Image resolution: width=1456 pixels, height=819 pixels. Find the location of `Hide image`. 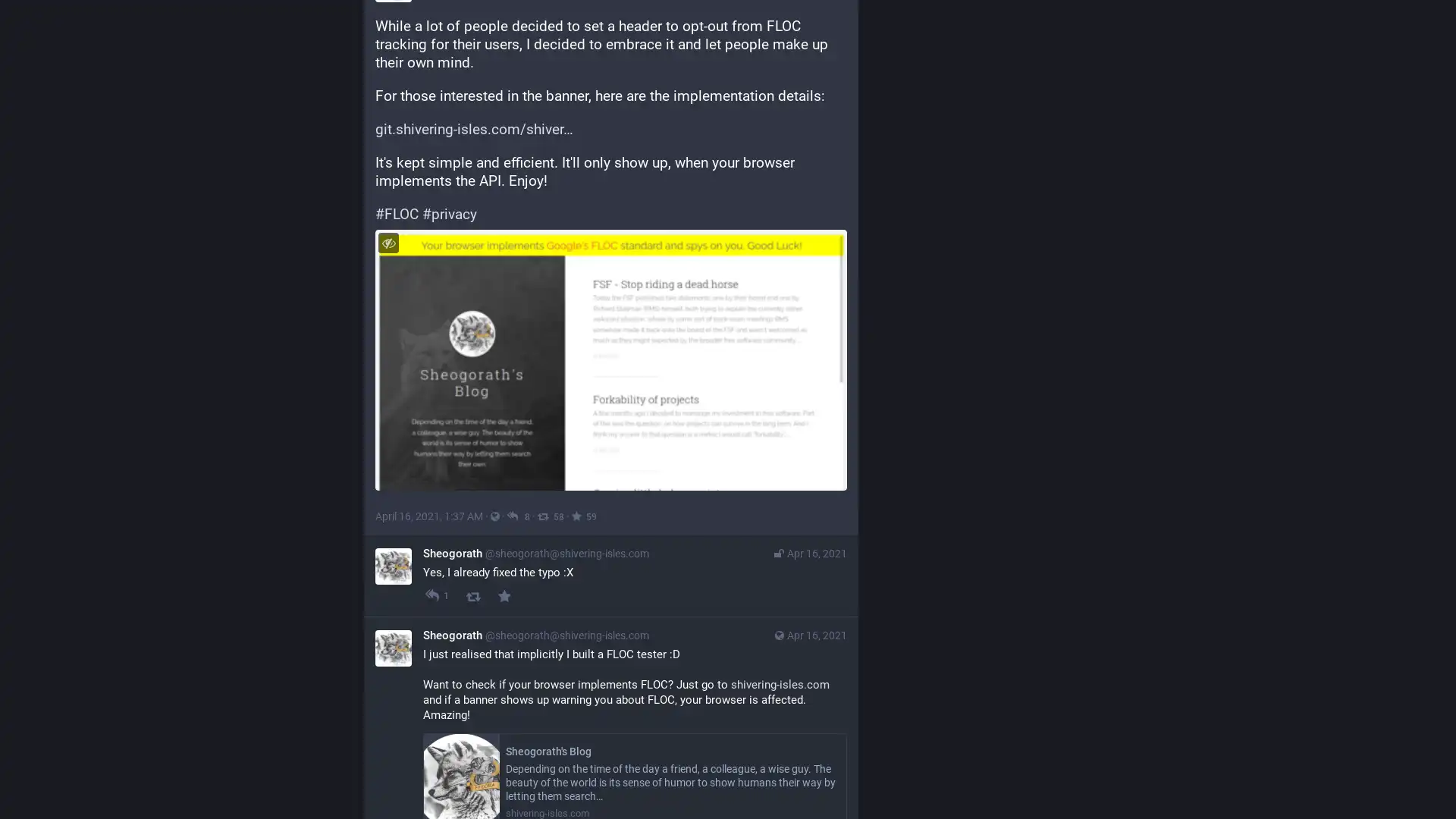

Hide image is located at coordinates (388, 242).